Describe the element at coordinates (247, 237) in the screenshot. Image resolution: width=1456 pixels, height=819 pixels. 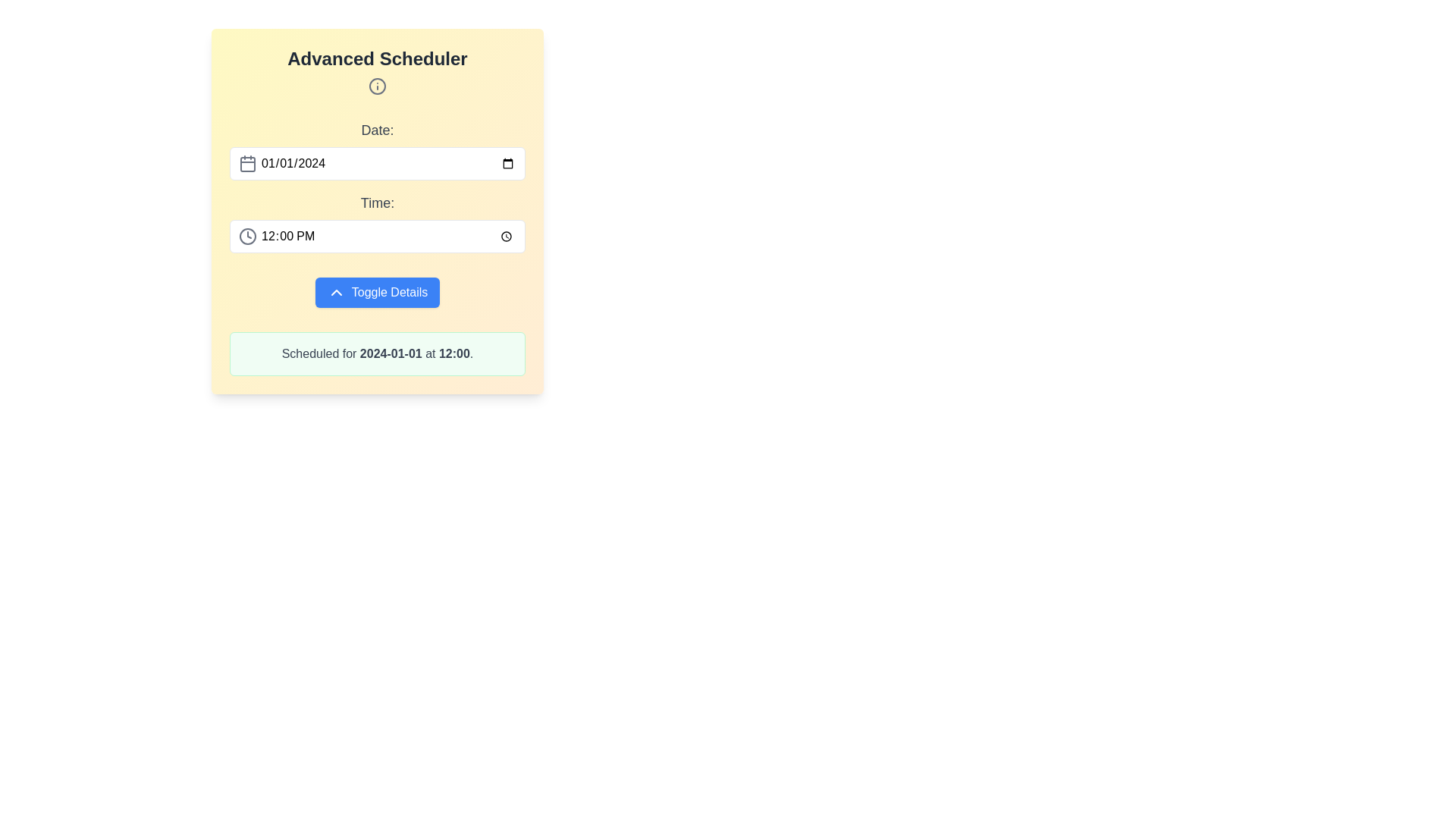
I see `the decorative time selection icon located on the left side inside the 'Time' input box, adjacent to the left margin` at that location.